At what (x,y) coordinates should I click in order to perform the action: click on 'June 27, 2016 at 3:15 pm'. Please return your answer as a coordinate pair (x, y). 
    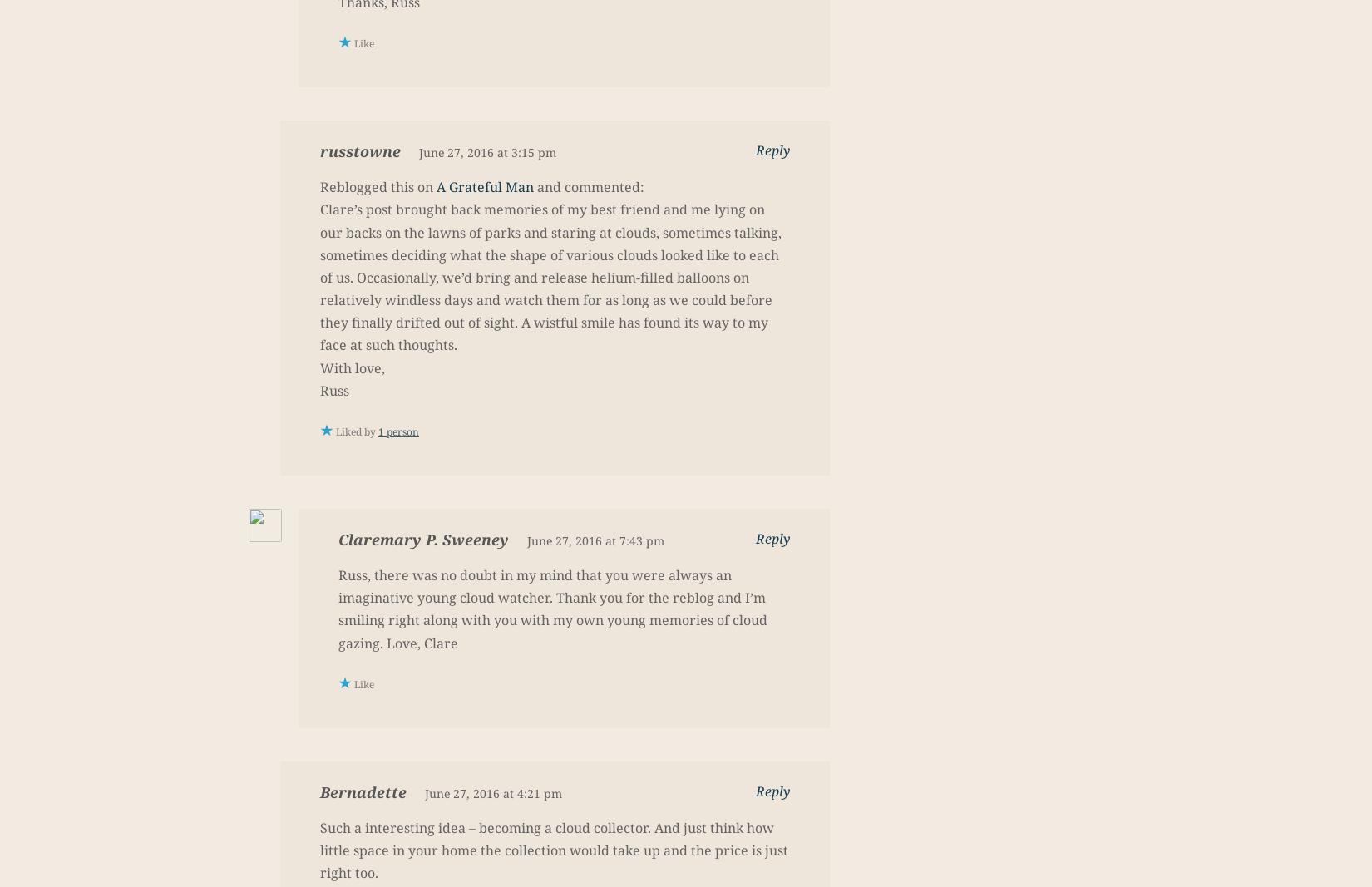
    Looking at the image, I should click on (418, 152).